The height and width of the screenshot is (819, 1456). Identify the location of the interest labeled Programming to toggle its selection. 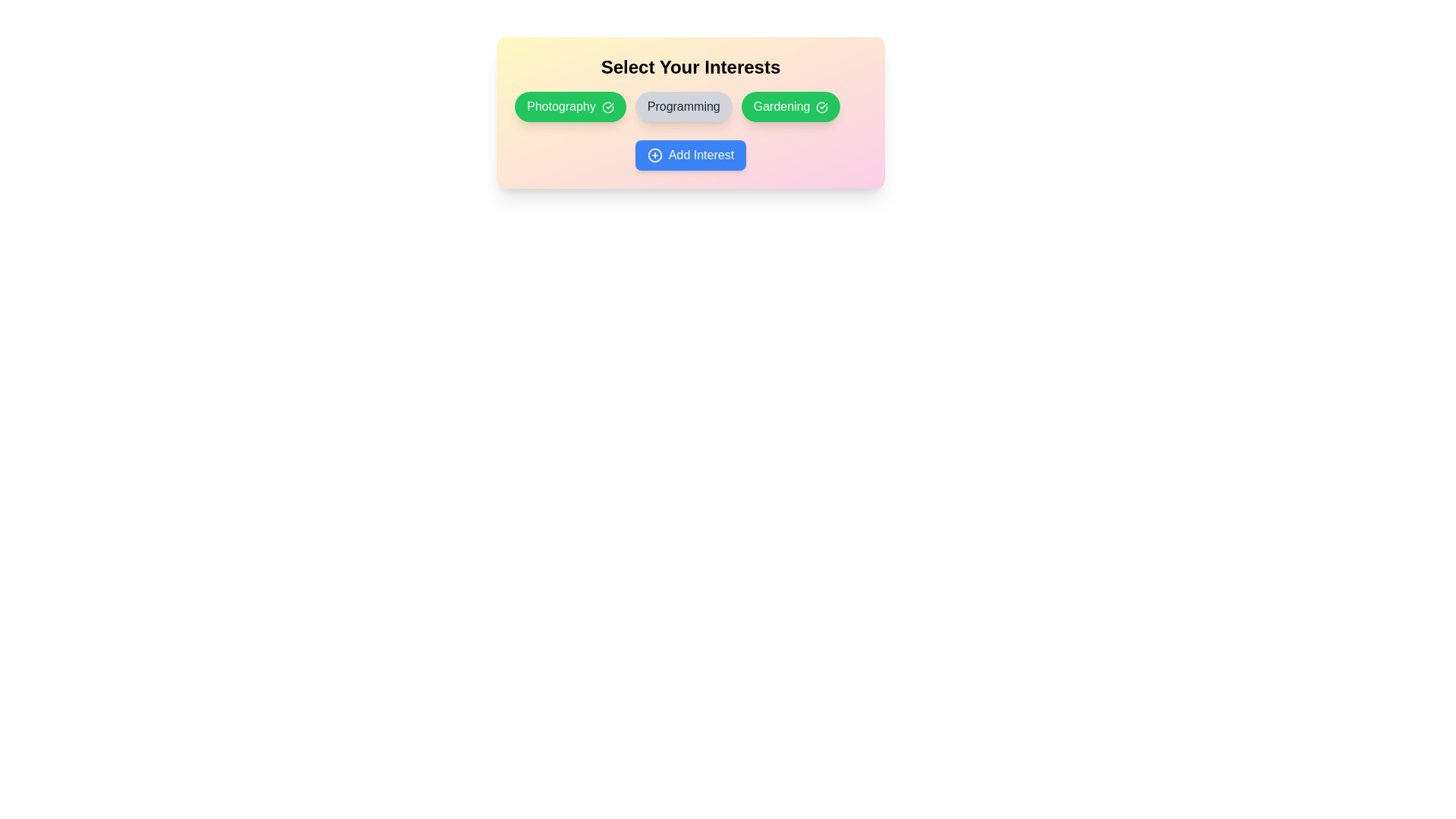
(682, 106).